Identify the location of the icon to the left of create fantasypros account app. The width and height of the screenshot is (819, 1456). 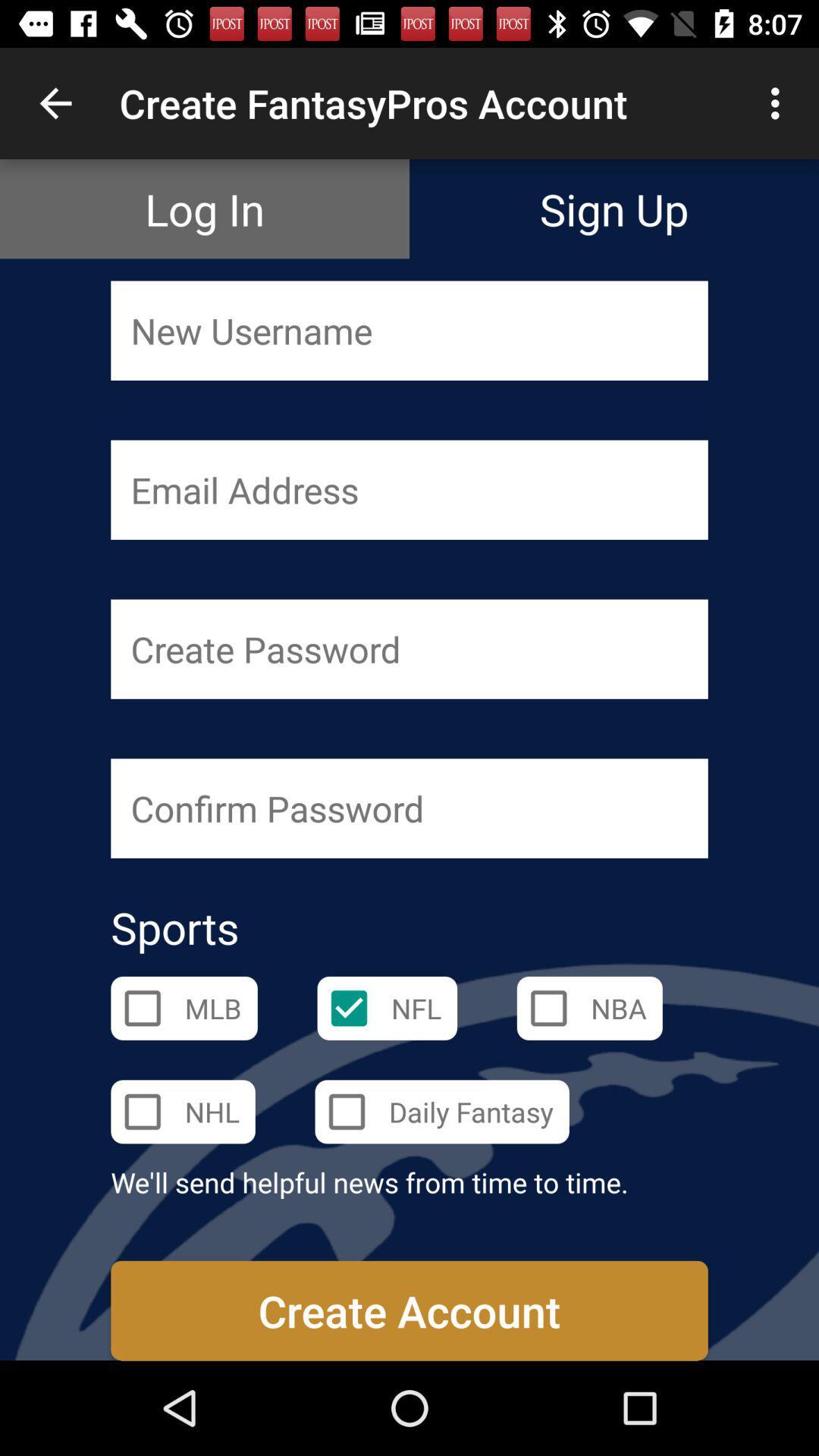
(55, 102).